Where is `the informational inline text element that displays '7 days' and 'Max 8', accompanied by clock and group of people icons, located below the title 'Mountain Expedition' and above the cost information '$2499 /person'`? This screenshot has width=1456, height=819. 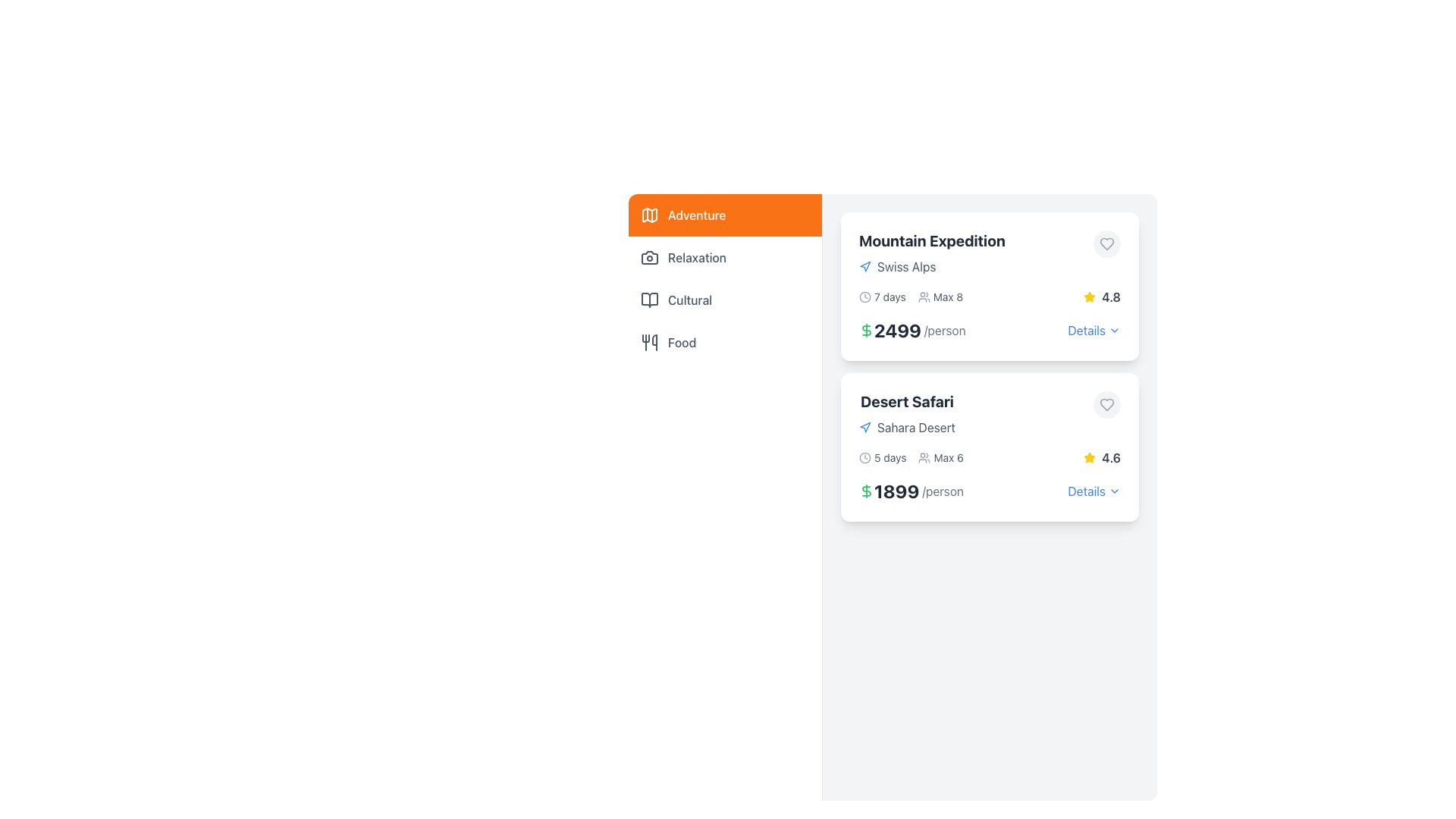
the informational inline text element that displays '7 days' and 'Max 8', accompanied by clock and group of people icons, located below the title 'Mountain Expedition' and above the cost information '$2499 /person' is located at coordinates (910, 297).